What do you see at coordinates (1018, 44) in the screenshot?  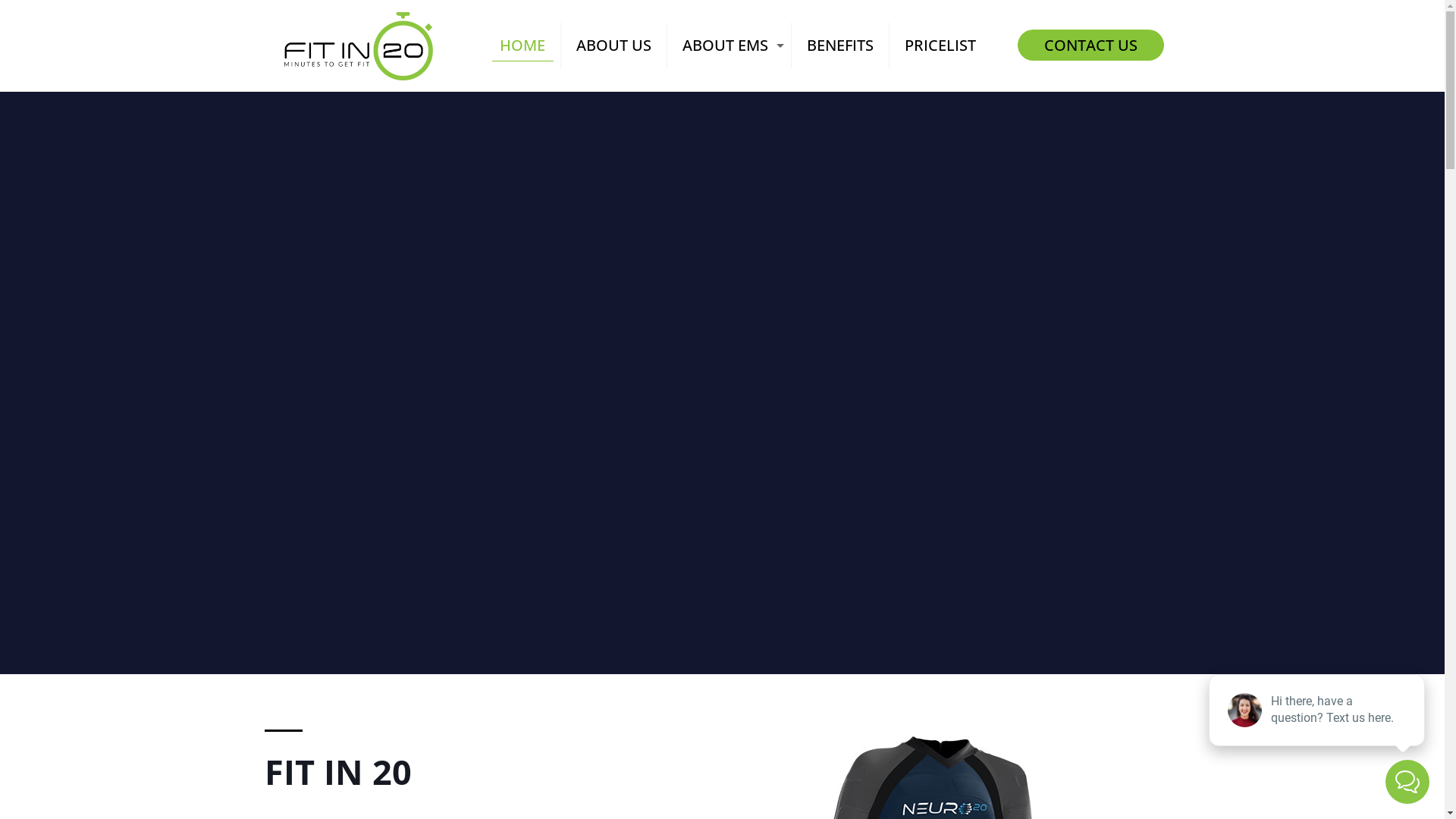 I see `'CONTACT US'` at bounding box center [1018, 44].